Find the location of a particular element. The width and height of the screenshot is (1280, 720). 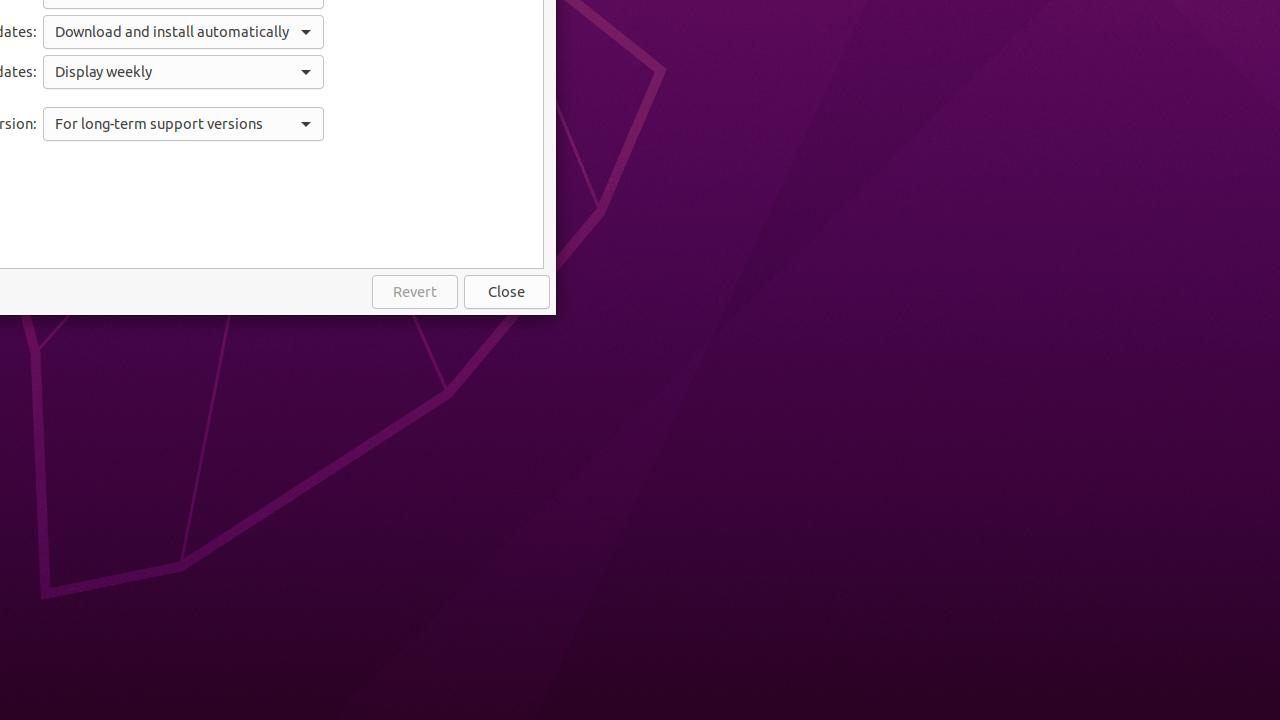

'Download and install automatically' is located at coordinates (183, 31).